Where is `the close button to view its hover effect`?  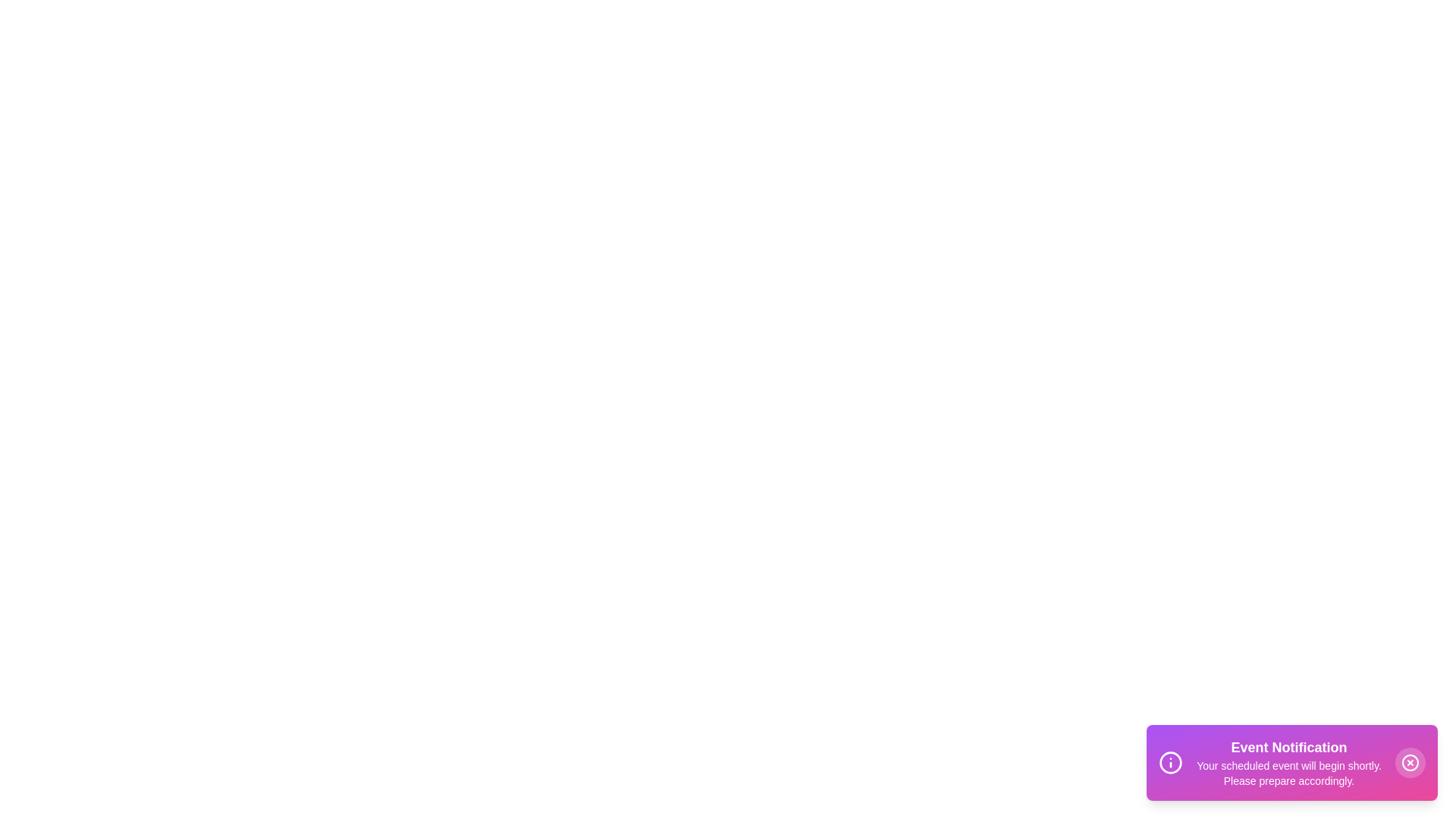 the close button to view its hover effect is located at coordinates (1410, 763).